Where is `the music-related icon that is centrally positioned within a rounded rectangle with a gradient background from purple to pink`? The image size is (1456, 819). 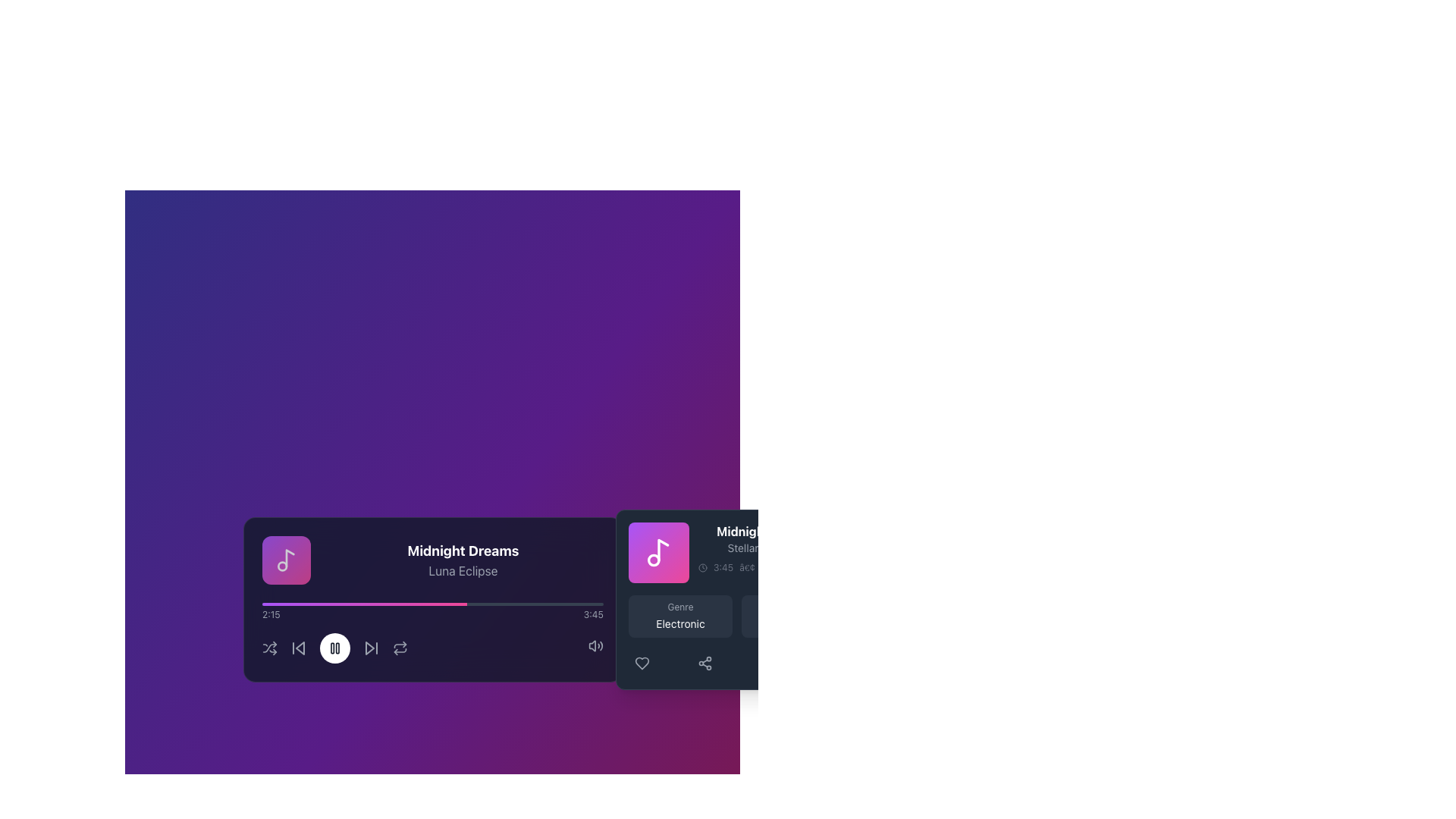 the music-related icon that is centrally positioned within a rounded rectangle with a gradient background from purple to pink is located at coordinates (286, 560).